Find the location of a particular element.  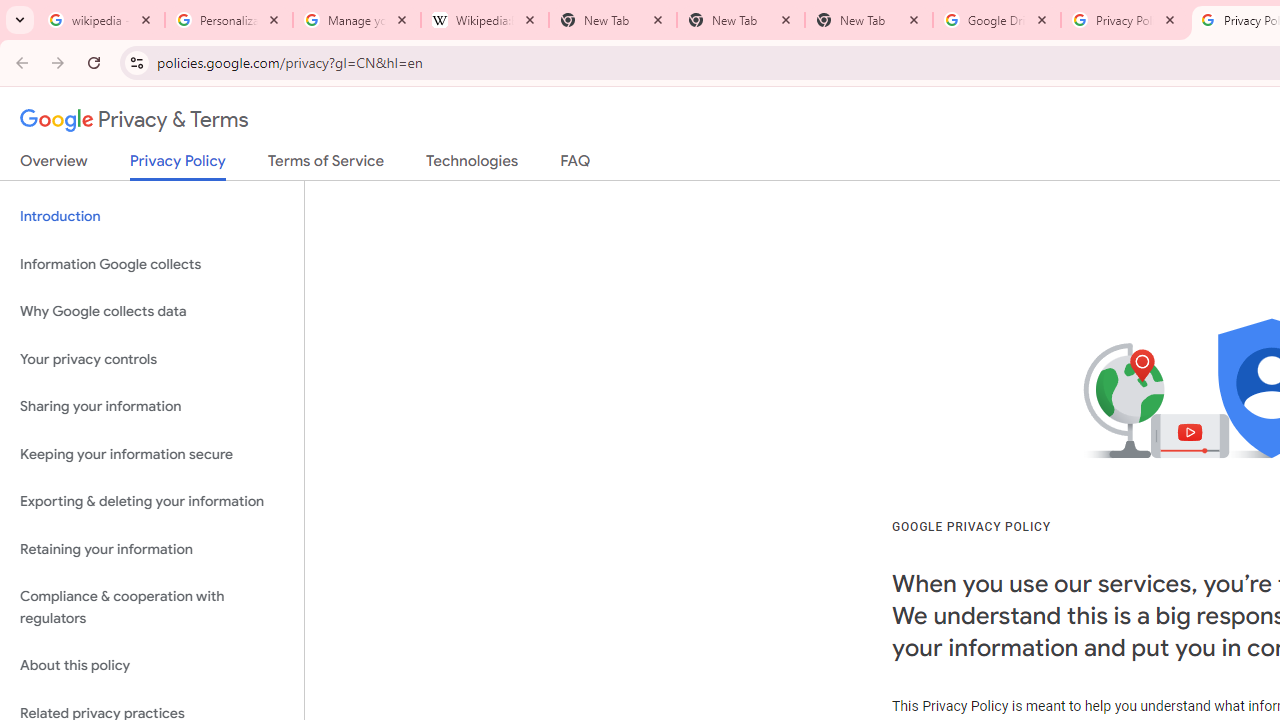

'Why Google collects data' is located at coordinates (151, 312).